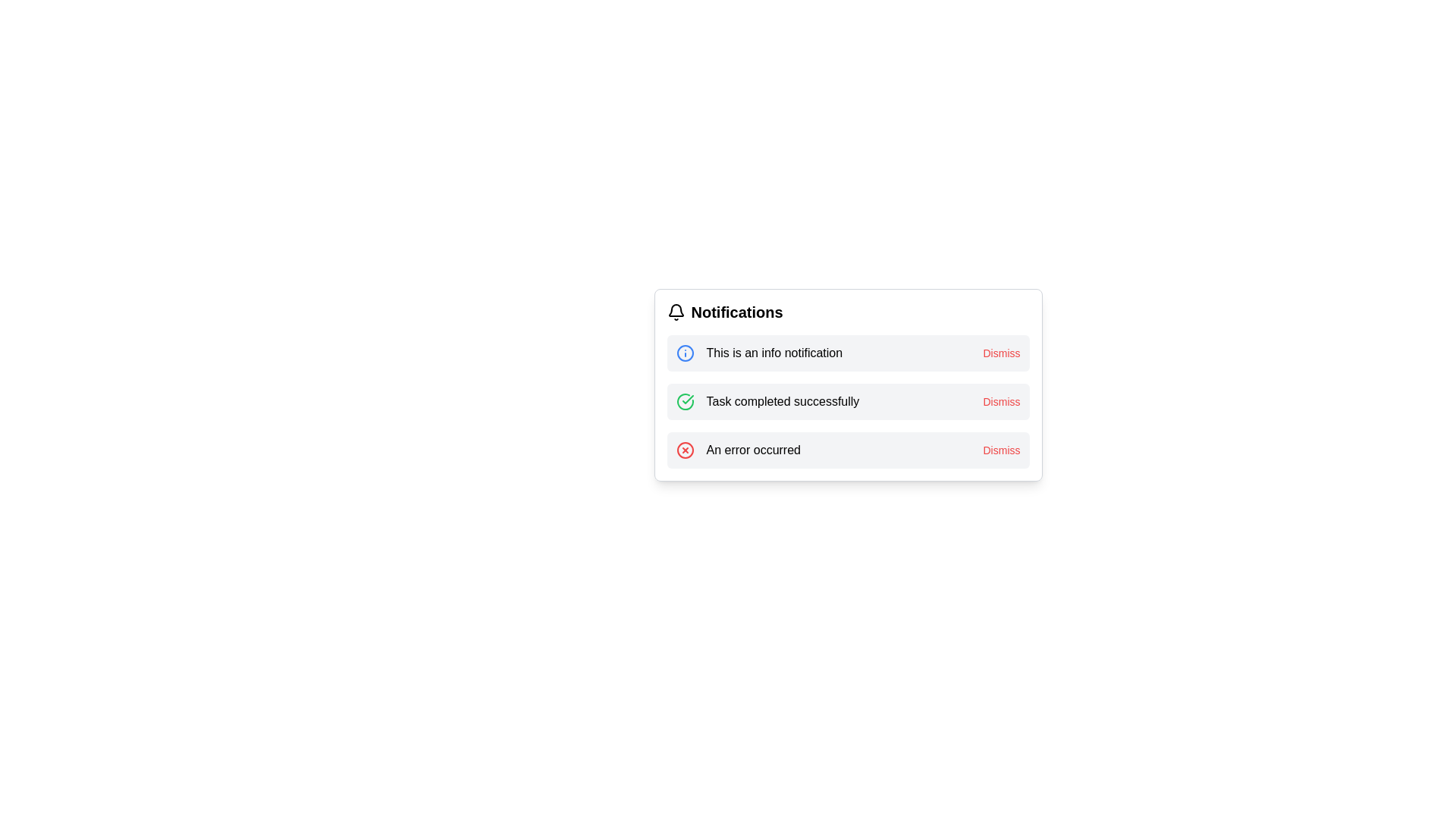 The width and height of the screenshot is (1456, 819). What do you see at coordinates (774, 353) in the screenshot?
I see `the text label displaying the notification message 'This is an info notification', which is located to the right of a blue circular information icon` at bounding box center [774, 353].